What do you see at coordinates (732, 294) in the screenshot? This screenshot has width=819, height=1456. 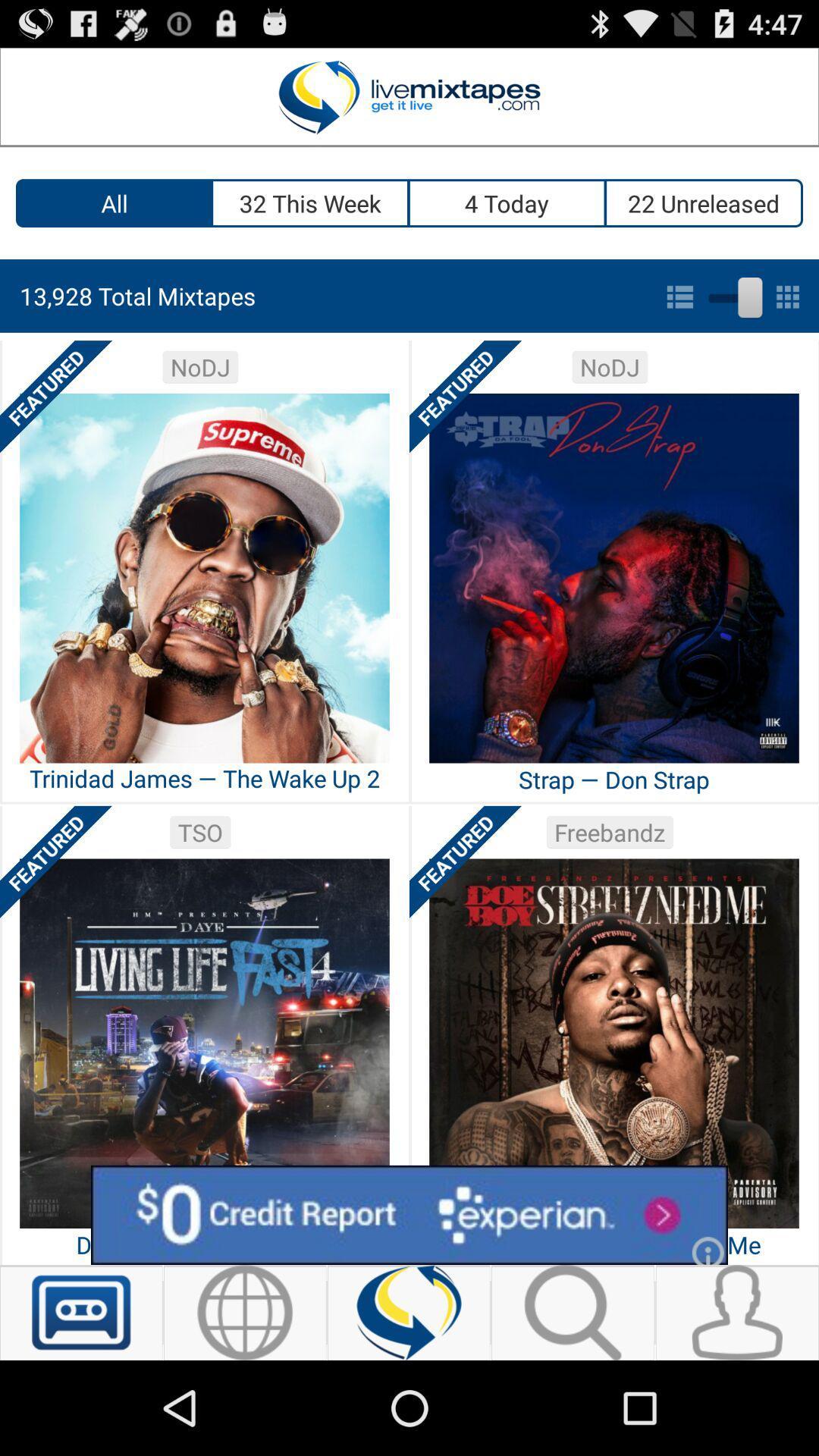 I see `list to grid view toggle` at bounding box center [732, 294].